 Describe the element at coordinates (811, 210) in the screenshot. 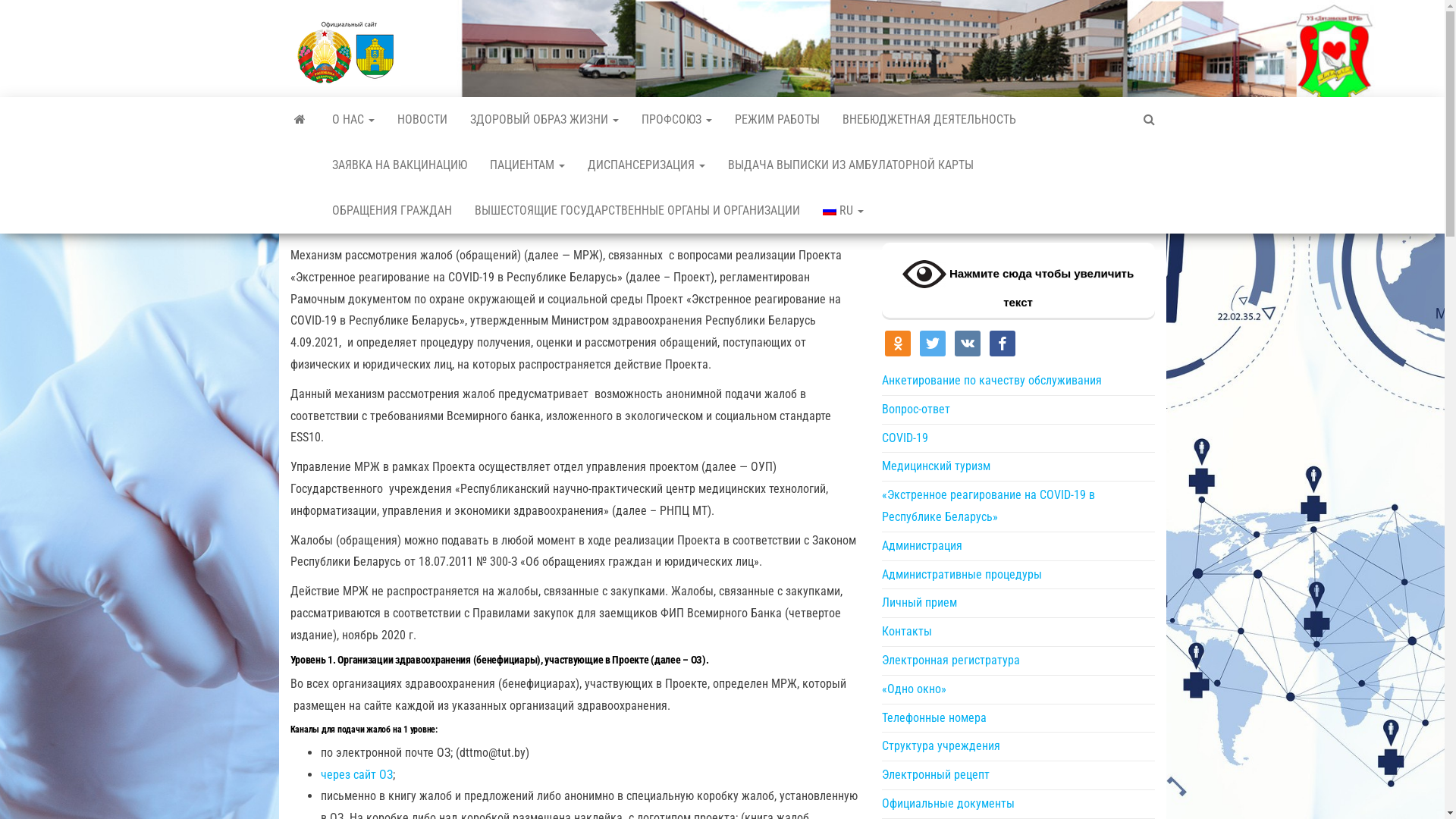

I see `'RU'` at that location.